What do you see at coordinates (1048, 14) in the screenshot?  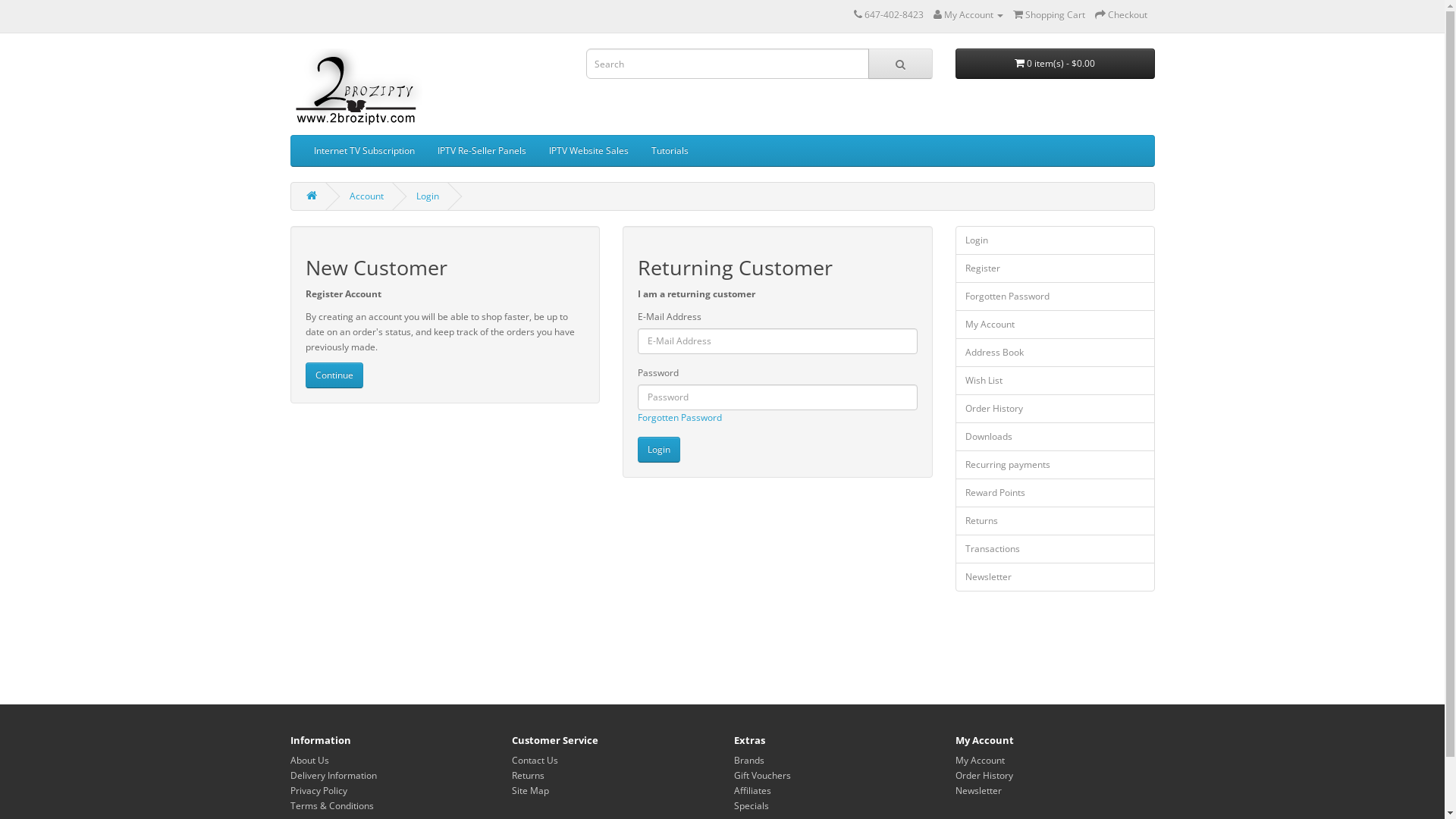 I see `'Shopping Cart'` at bounding box center [1048, 14].